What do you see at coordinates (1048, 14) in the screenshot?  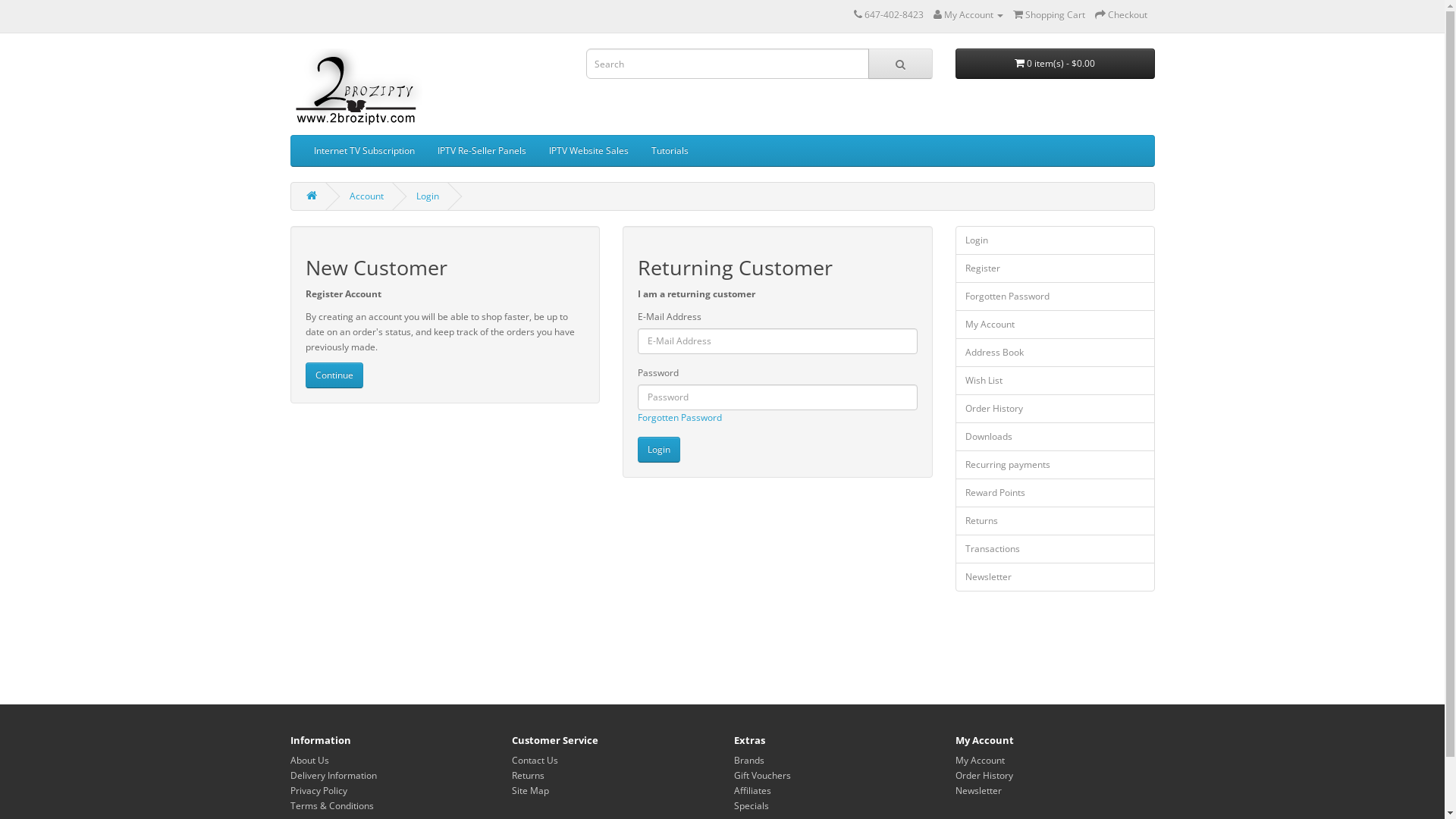 I see `'Shopping Cart'` at bounding box center [1048, 14].